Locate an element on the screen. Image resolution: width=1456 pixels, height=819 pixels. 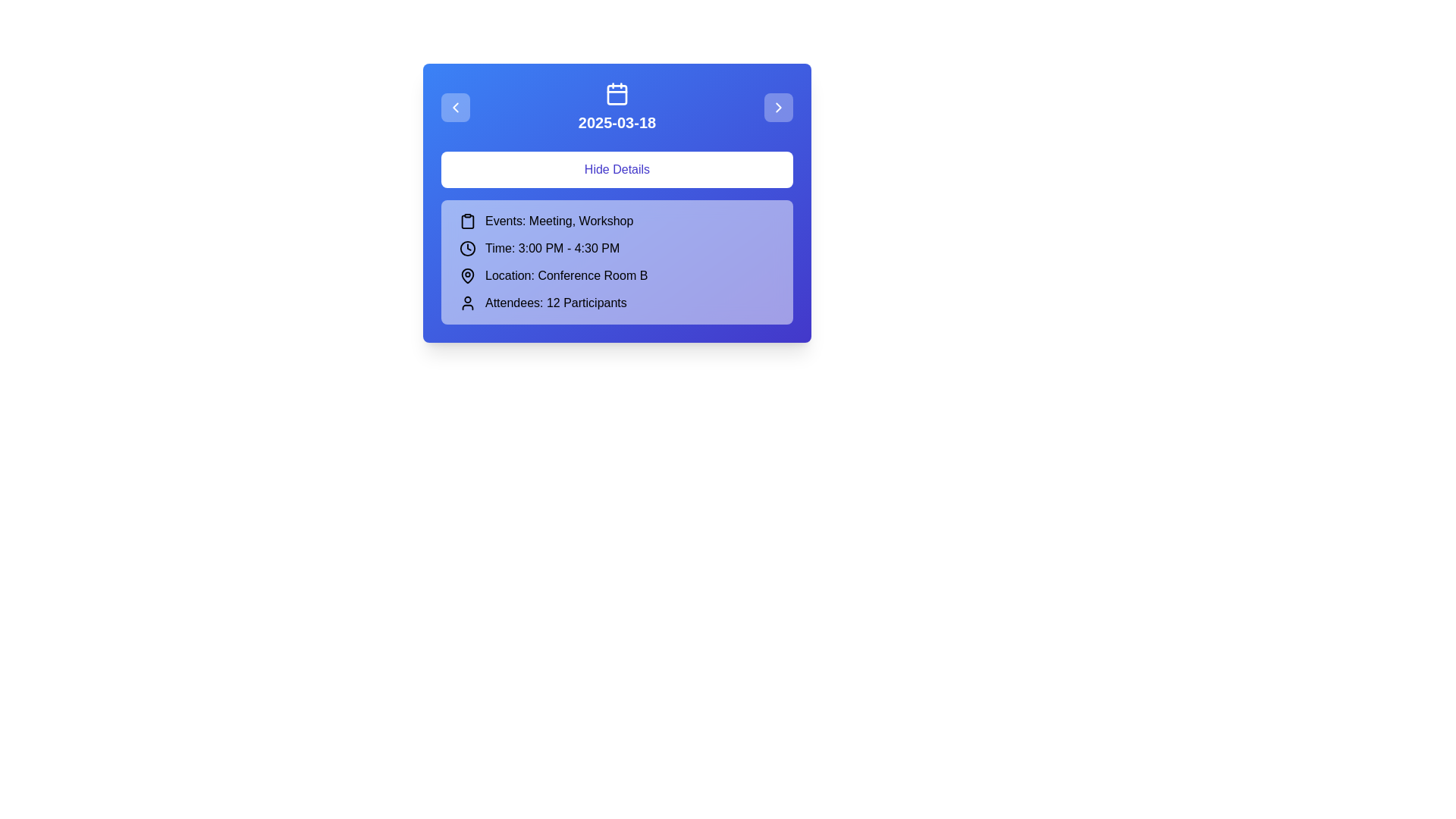
the clock icon located to the left of the text 'Time: 3:00 PM - 4:30 PM' in the event information panel is located at coordinates (467, 247).